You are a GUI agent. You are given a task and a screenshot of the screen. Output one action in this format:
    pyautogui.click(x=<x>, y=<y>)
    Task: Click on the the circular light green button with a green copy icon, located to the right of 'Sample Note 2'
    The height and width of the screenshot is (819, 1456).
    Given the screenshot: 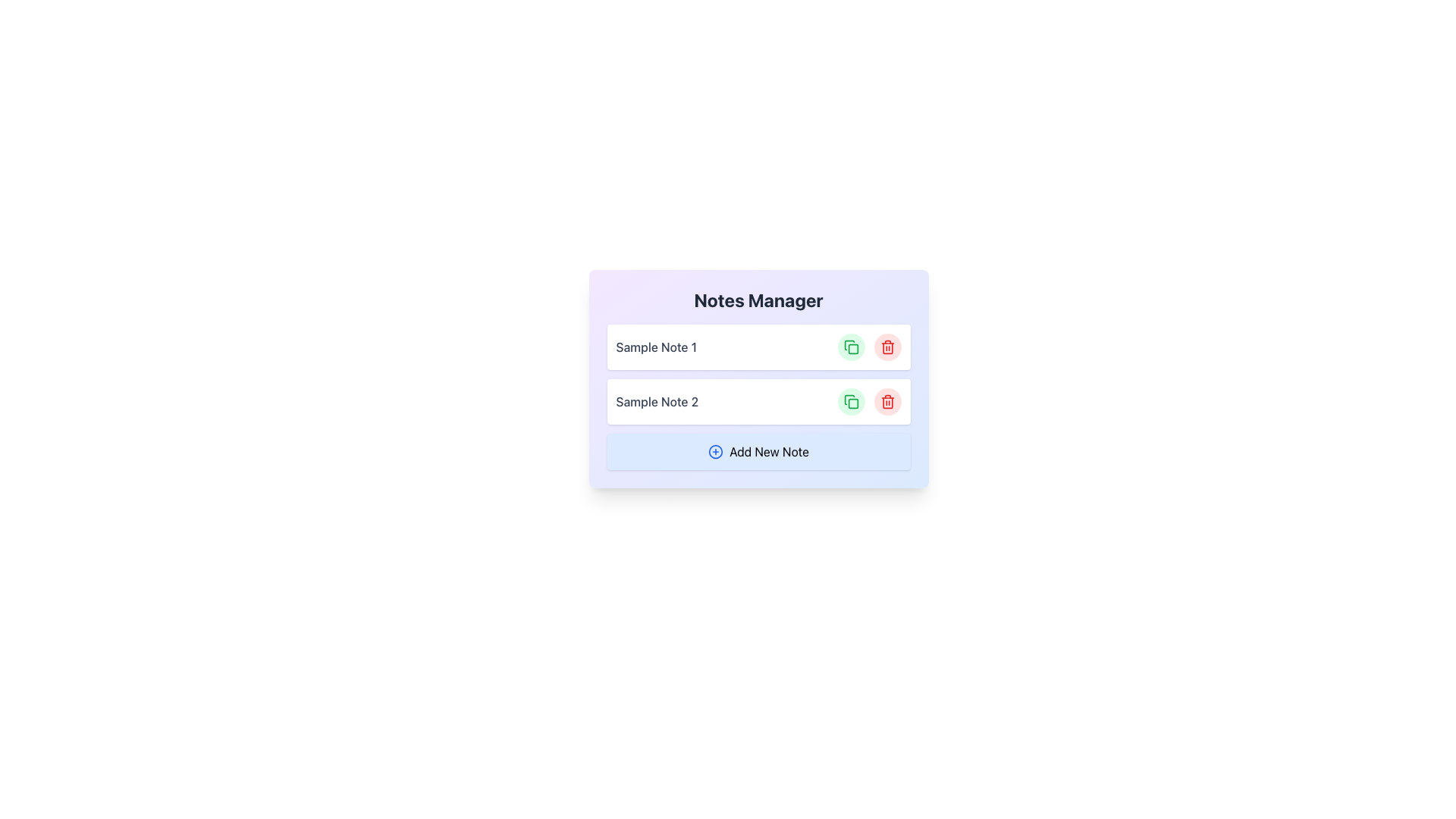 What is the action you would take?
    pyautogui.click(x=851, y=400)
    